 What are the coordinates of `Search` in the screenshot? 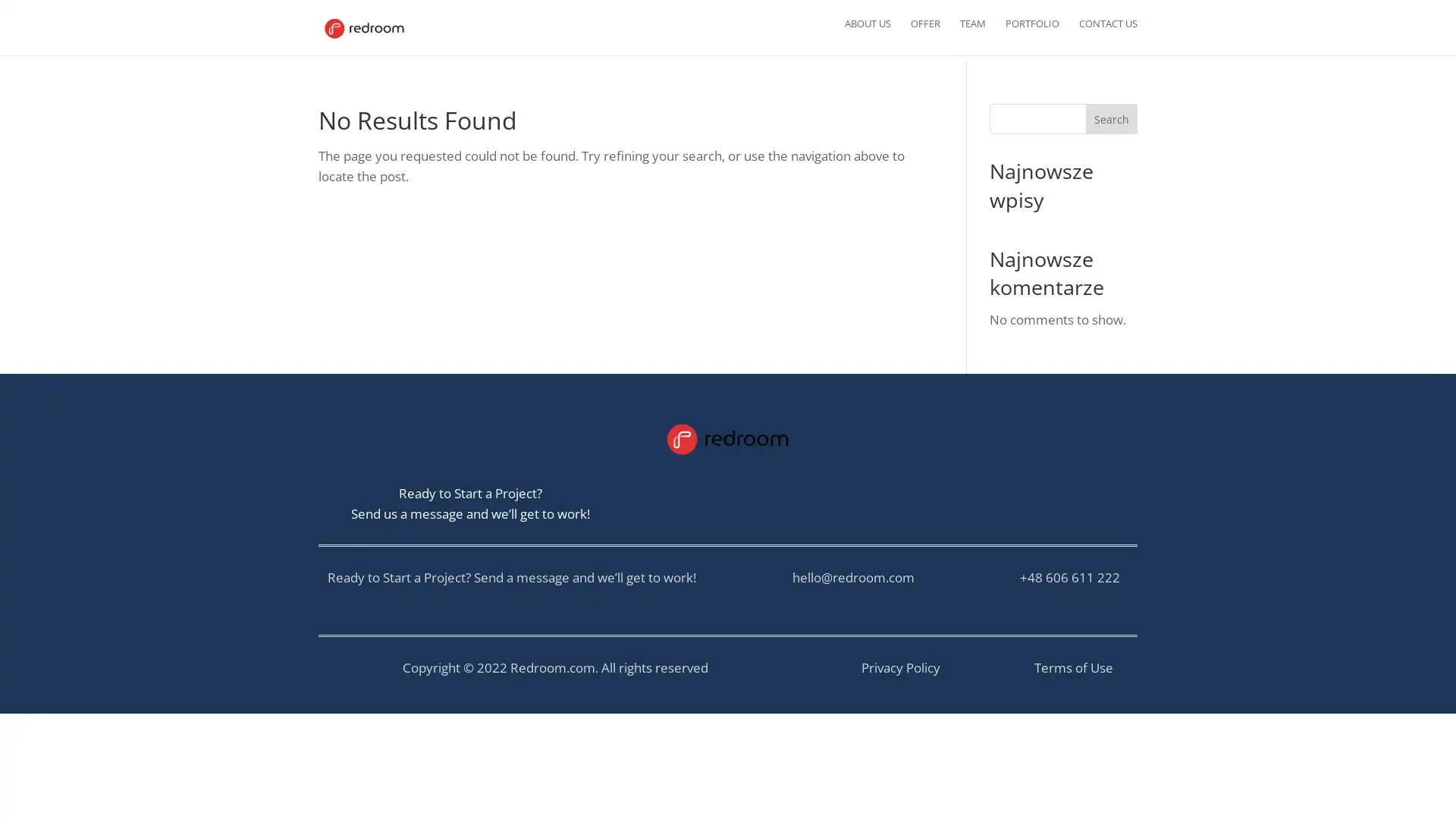 It's located at (1111, 115).